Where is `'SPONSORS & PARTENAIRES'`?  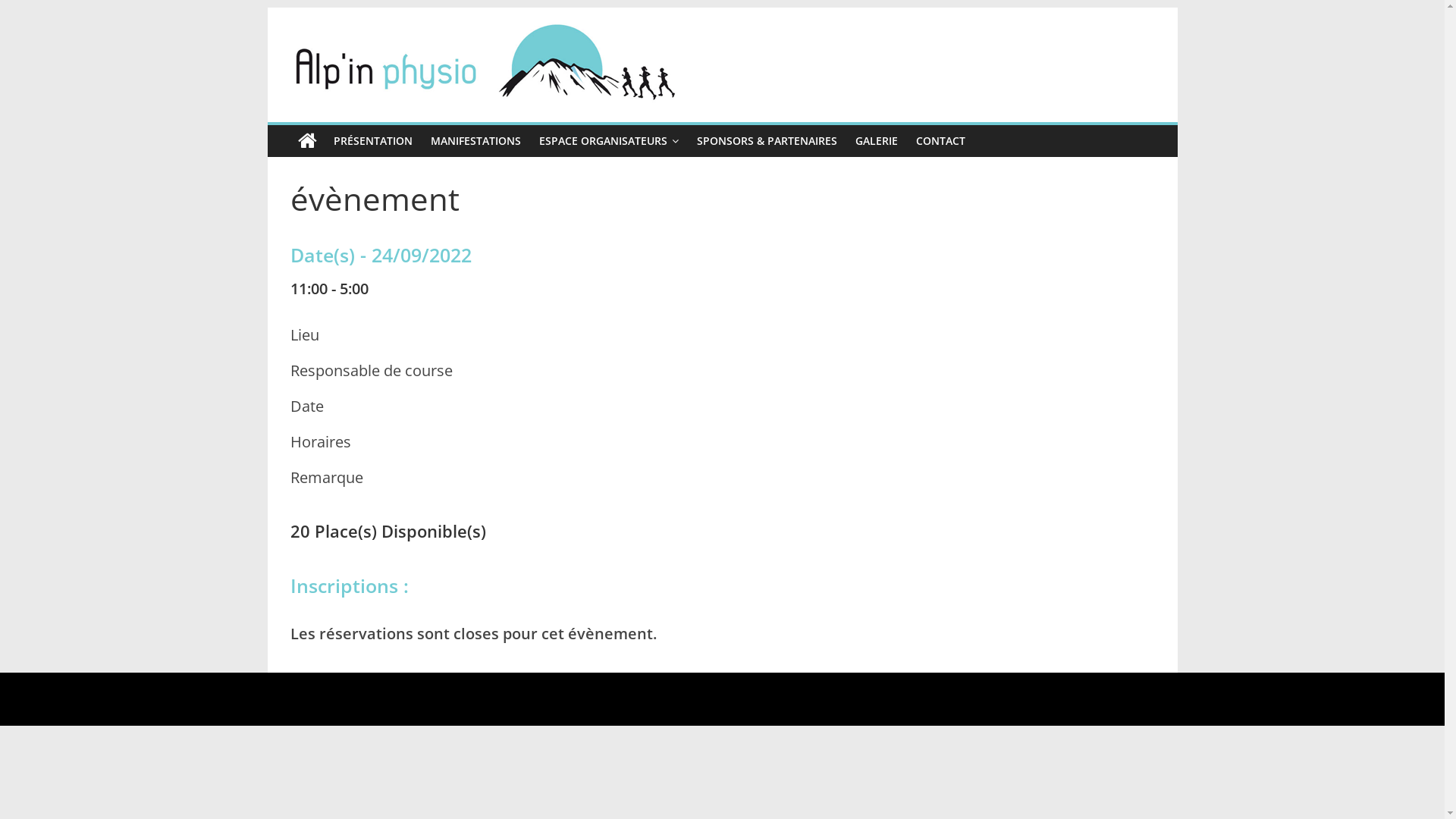 'SPONSORS & PARTENAIRES' is located at coordinates (686, 140).